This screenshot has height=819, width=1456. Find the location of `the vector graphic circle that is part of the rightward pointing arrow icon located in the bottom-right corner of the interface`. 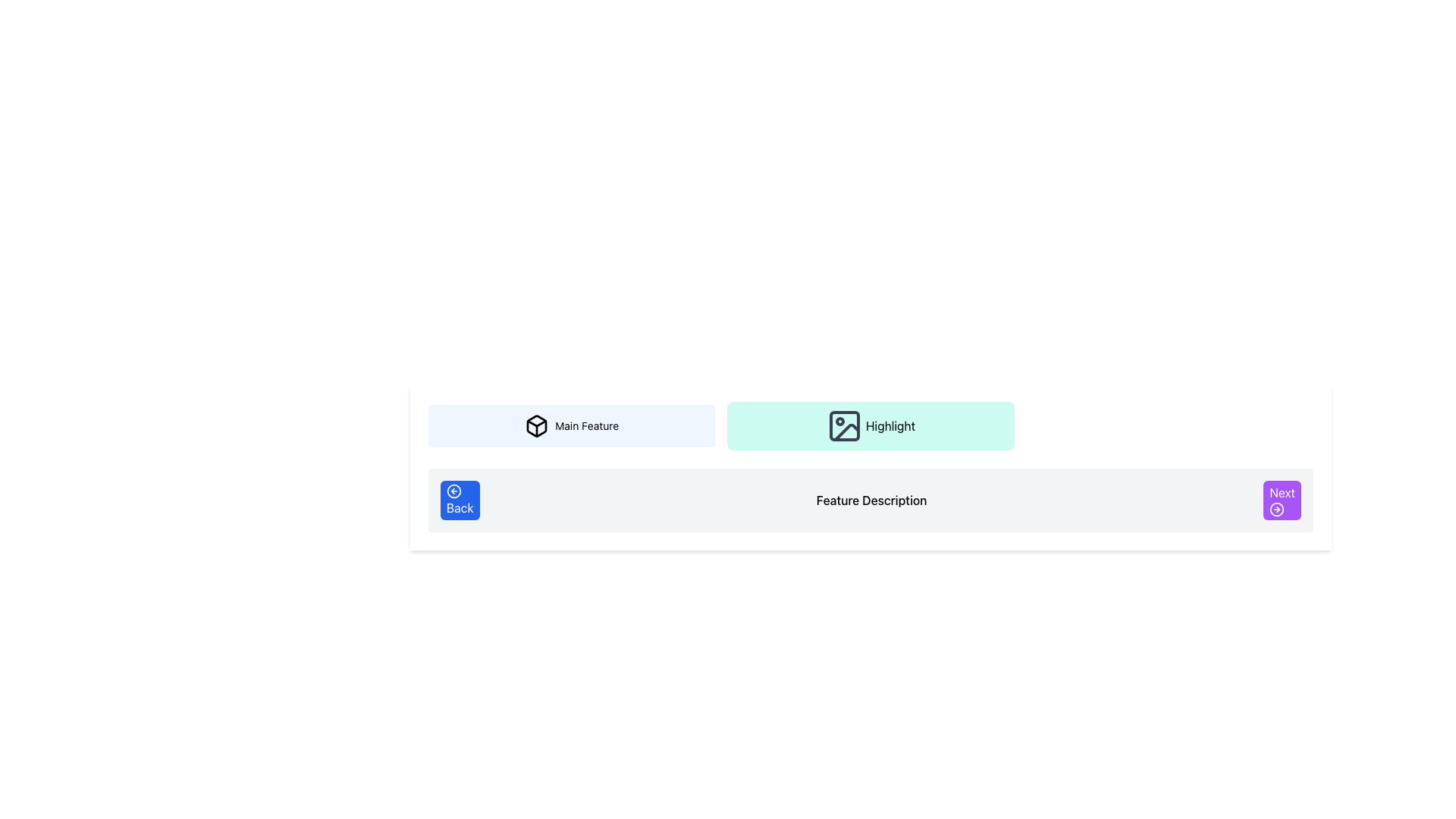

the vector graphic circle that is part of the rightward pointing arrow icon located in the bottom-right corner of the interface is located at coordinates (1276, 509).